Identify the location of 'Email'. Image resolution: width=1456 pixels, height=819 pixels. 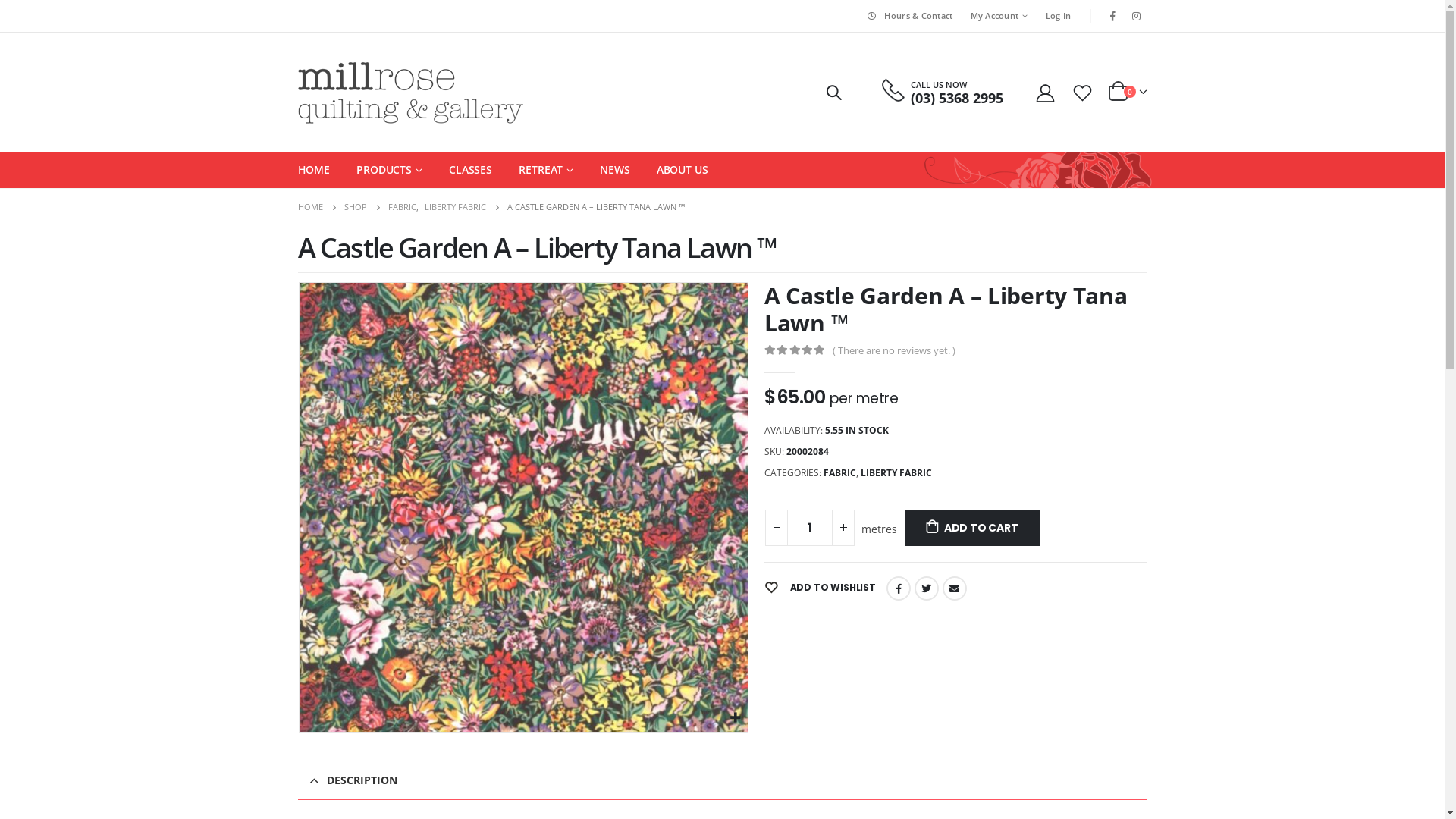
(953, 587).